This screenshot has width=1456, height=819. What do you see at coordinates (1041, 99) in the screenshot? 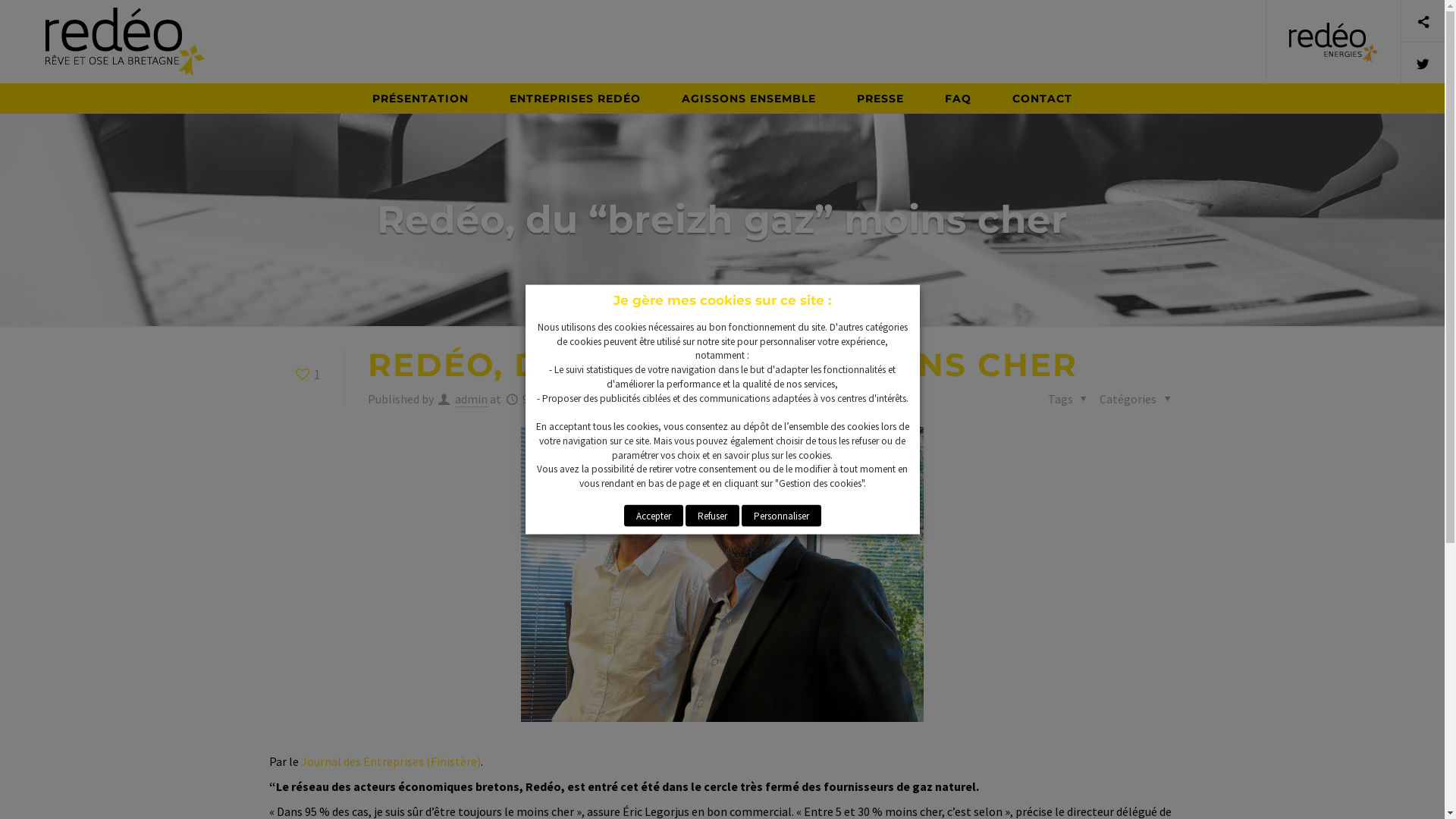
I see `'CONTACT'` at bounding box center [1041, 99].